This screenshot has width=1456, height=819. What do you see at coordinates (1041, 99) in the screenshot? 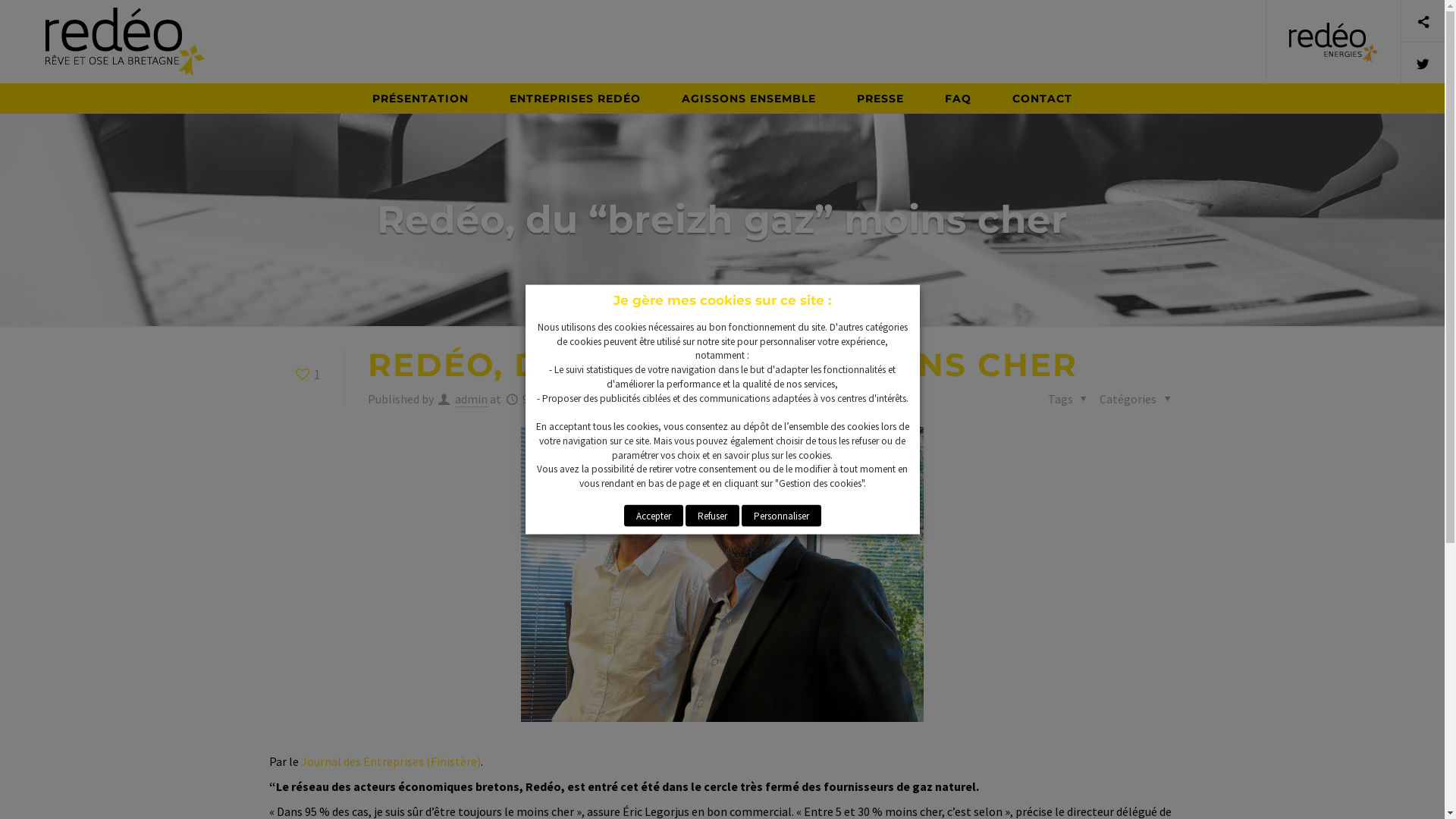
I see `'CONTACT'` at bounding box center [1041, 99].